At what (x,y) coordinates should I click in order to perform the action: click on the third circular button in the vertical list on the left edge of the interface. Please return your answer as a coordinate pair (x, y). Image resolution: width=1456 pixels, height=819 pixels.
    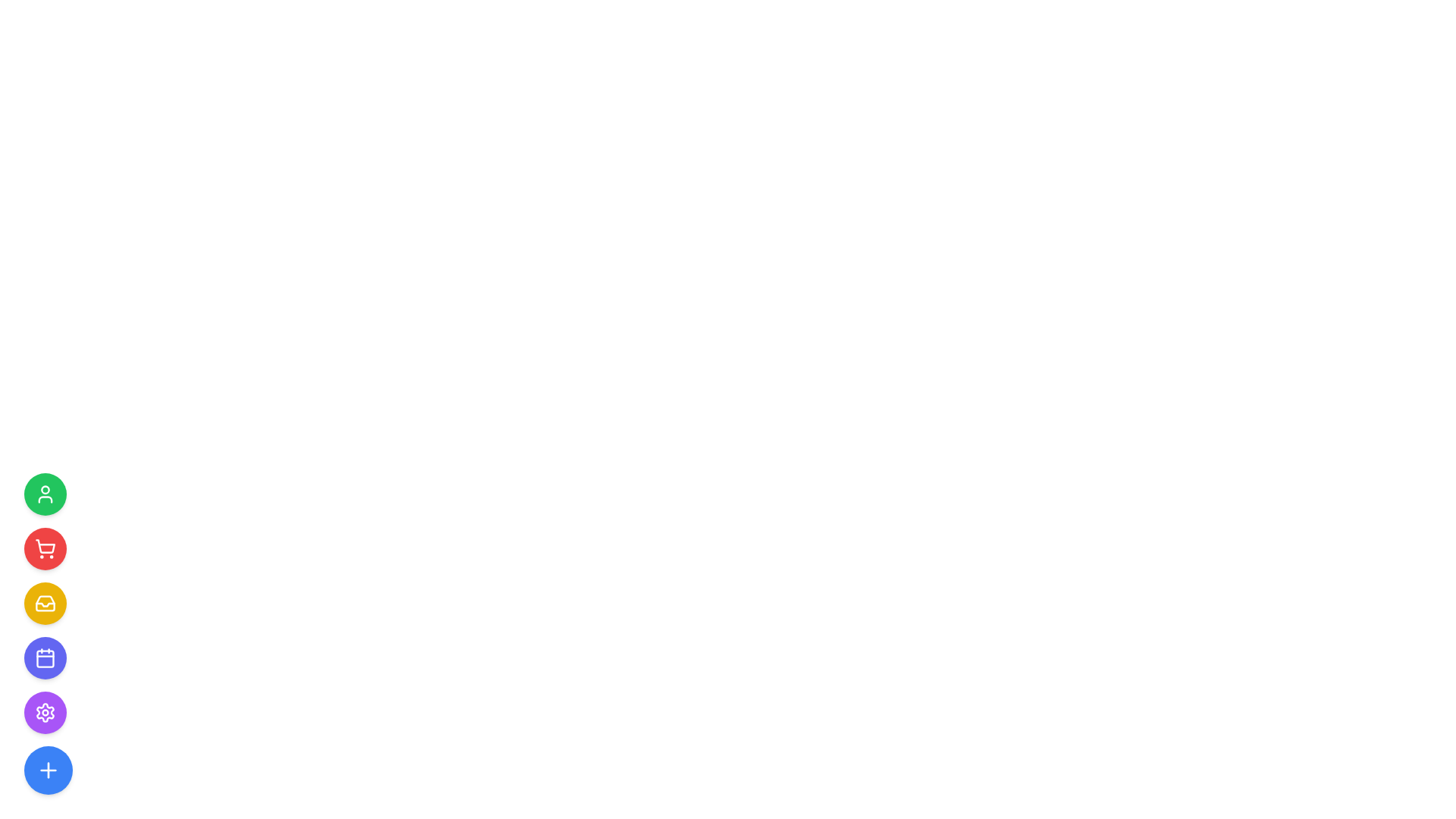
    Looking at the image, I should click on (45, 602).